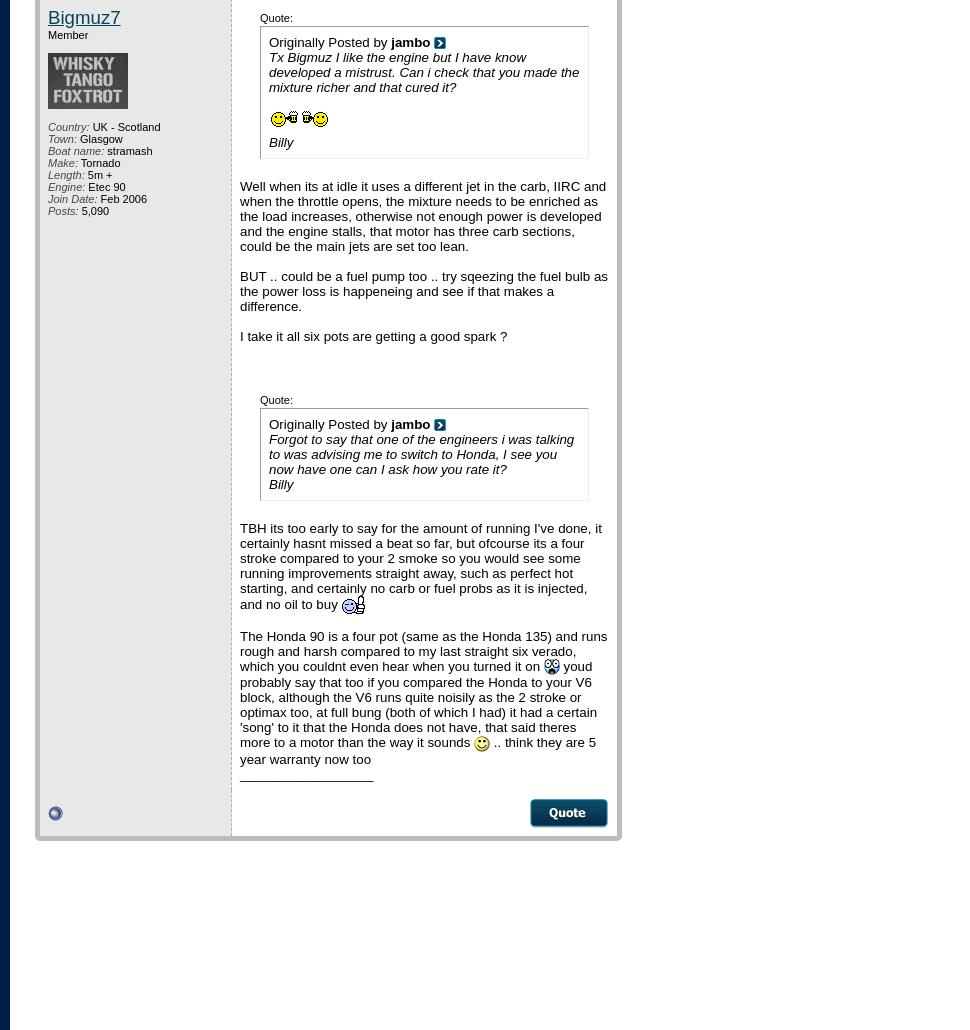  What do you see at coordinates (239, 649) in the screenshot?
I see `'The Honda 90 is a four pot (same as the Honda 135) and runs rough and harsh compared to my last straight six verado, which you couldnt even hear when you turned it on'` at bounding box center [239, 649].